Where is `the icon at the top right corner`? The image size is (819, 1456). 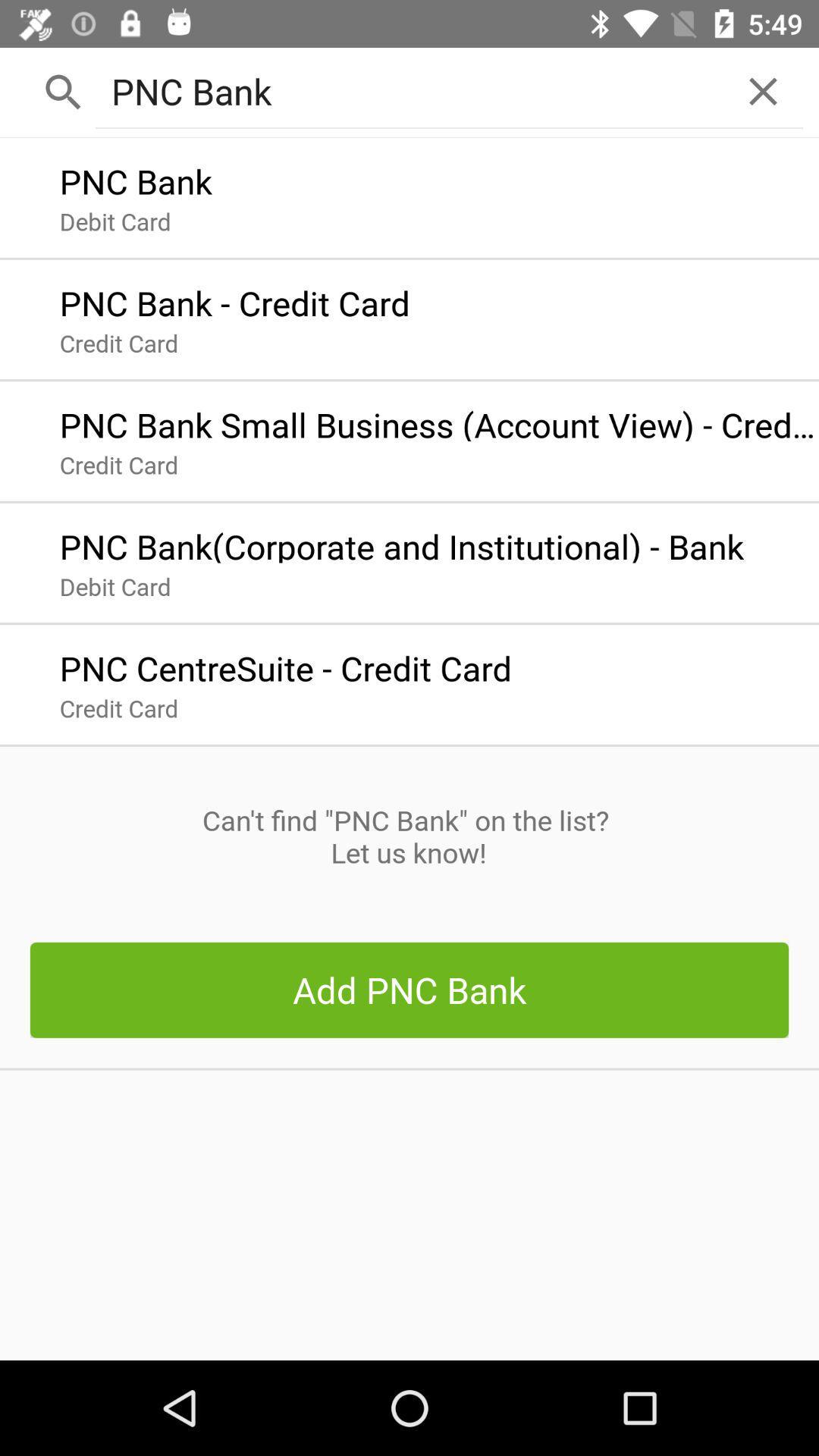 the icon at the top right corner is located at coordinates (763, 90).